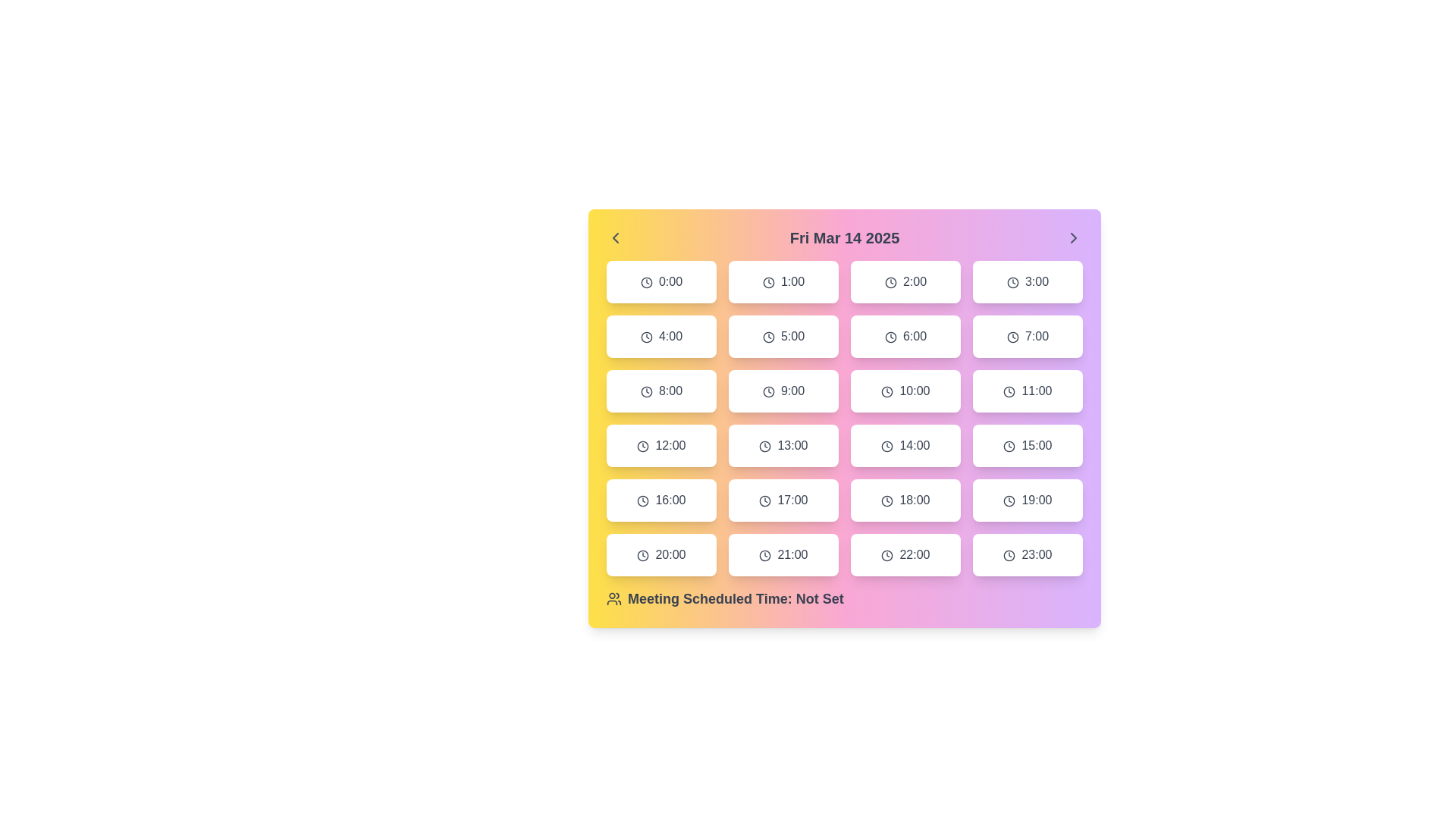 The image size is (1456, 819). I want to click on the clock icon located to the left of the text '17:00' within the button-like rounded rectangle, so click(765, 500).